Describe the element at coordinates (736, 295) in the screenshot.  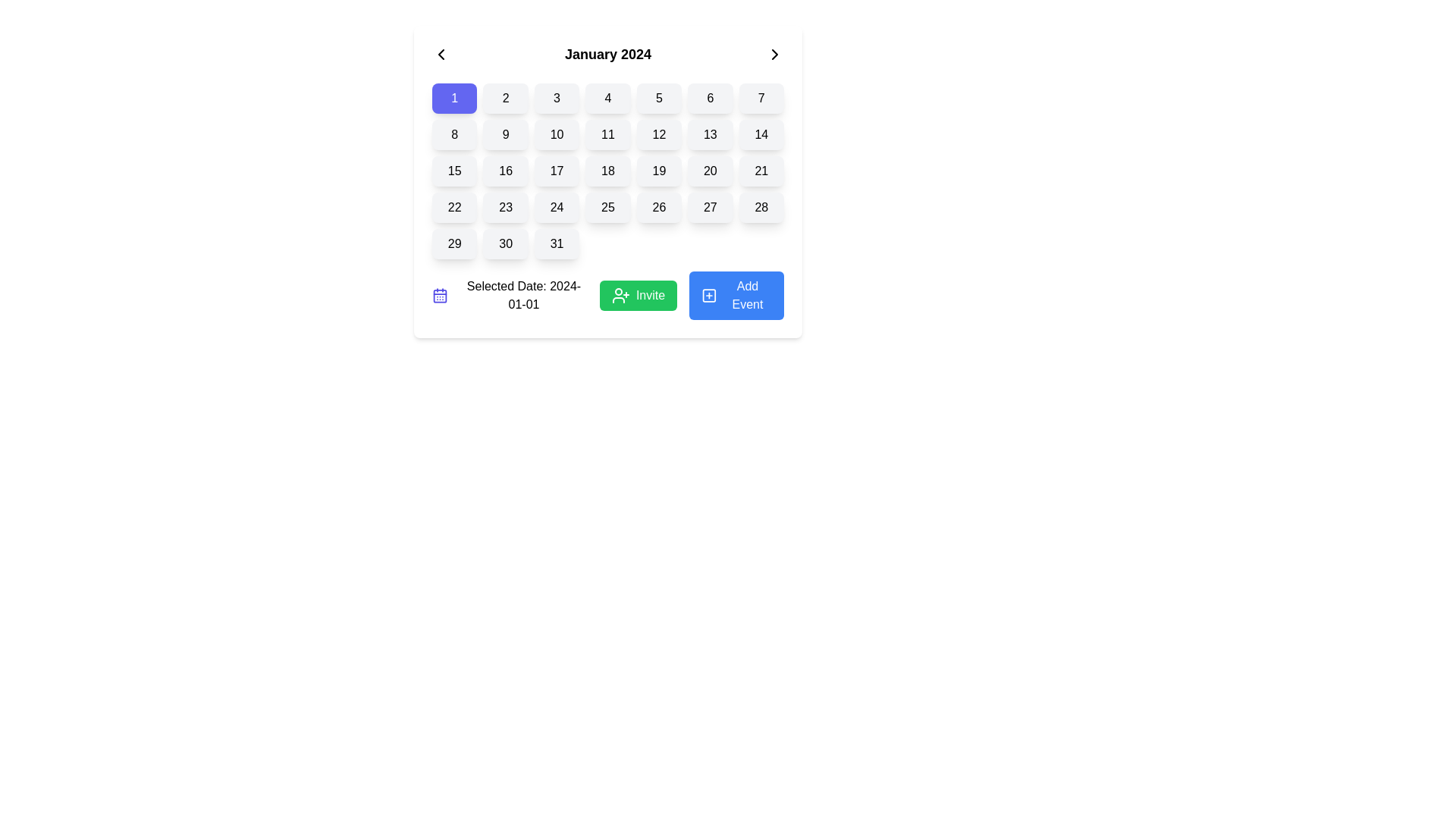
I see `the 'Add Event' button located at the far-right of the row under the calendar interface` at that location.